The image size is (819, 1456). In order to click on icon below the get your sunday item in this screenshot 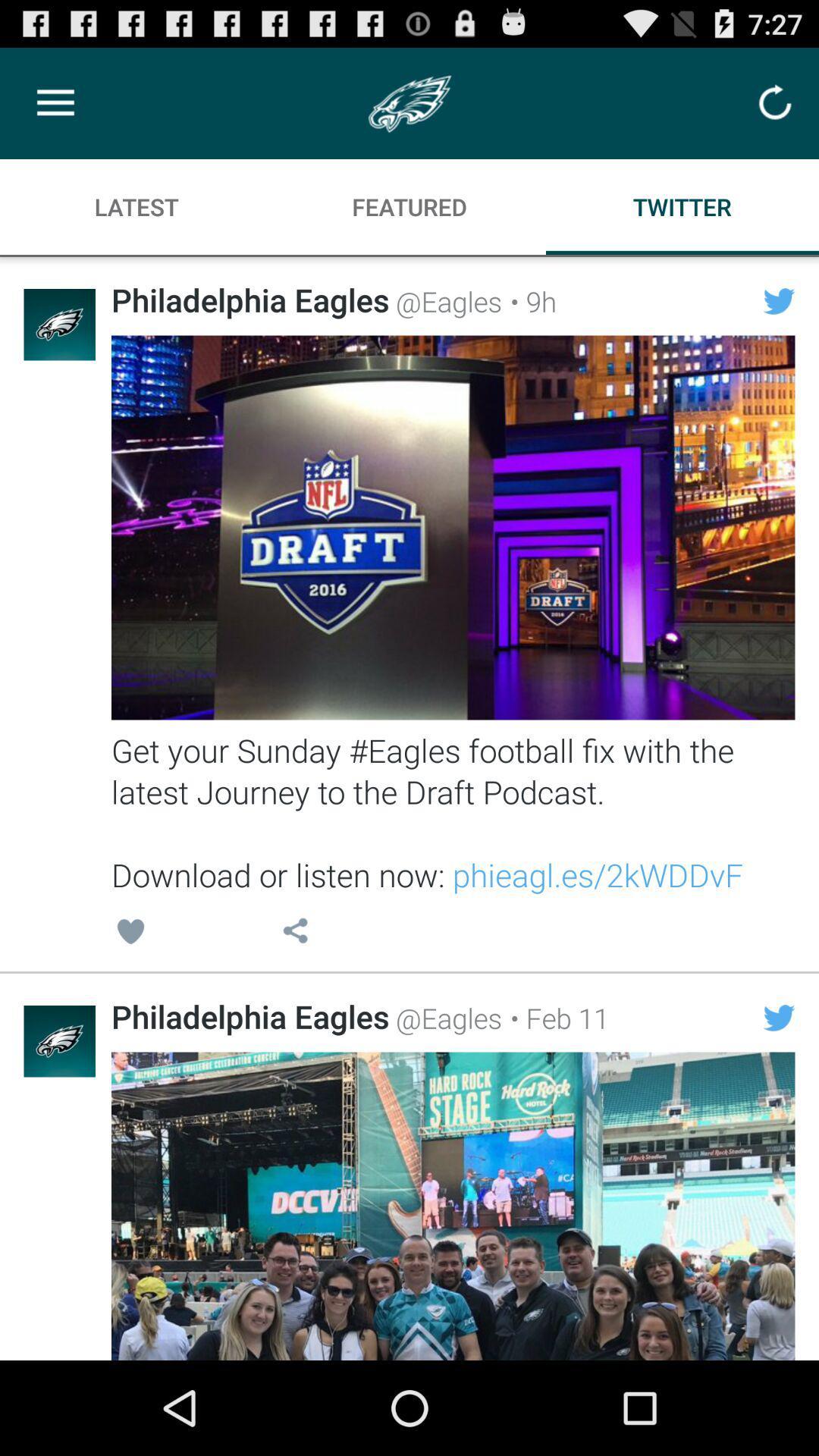, I will do `click(295, 933)`.